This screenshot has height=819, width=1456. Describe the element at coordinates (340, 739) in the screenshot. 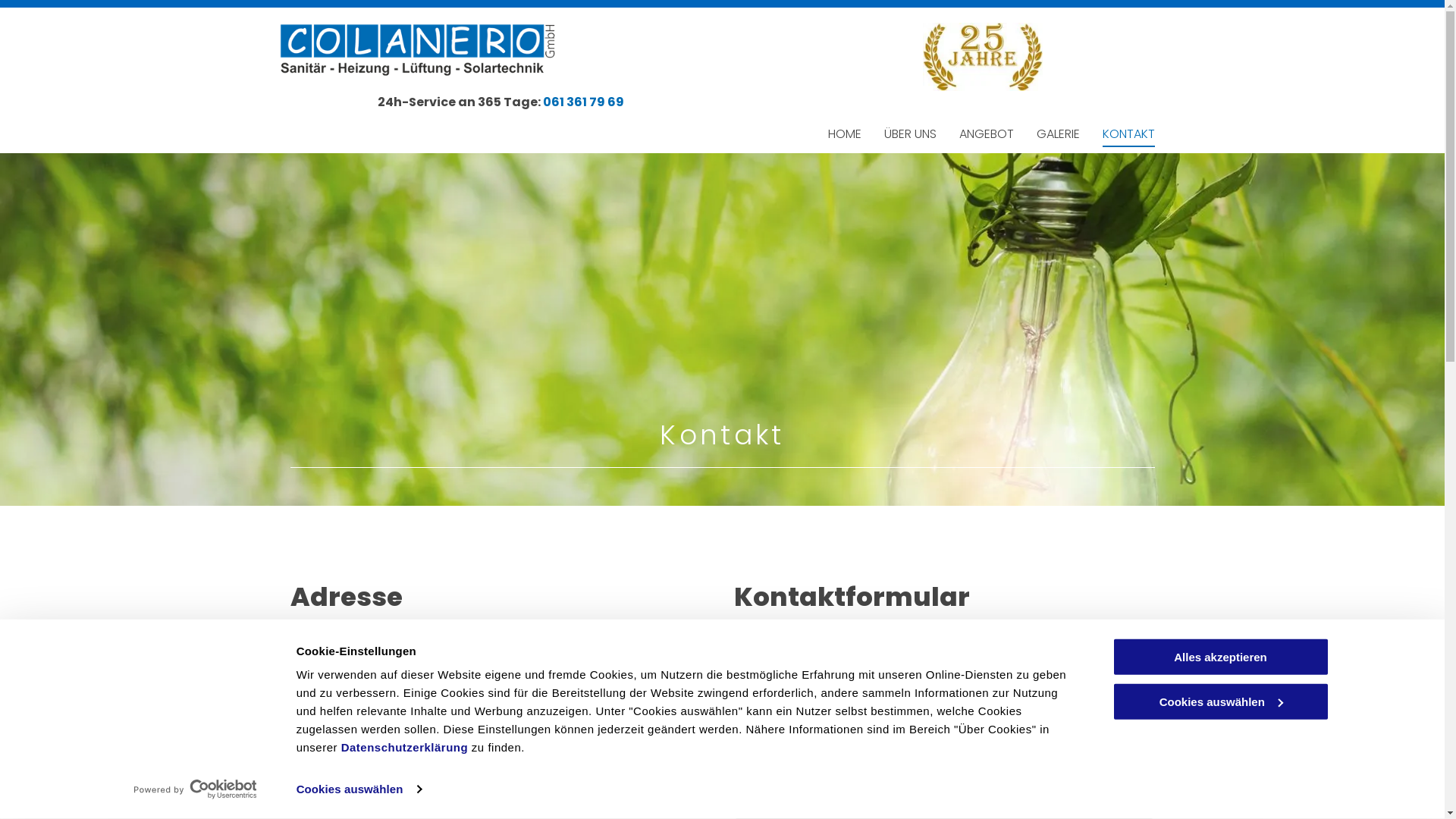

I see `'061 361 79 69'` at that location.